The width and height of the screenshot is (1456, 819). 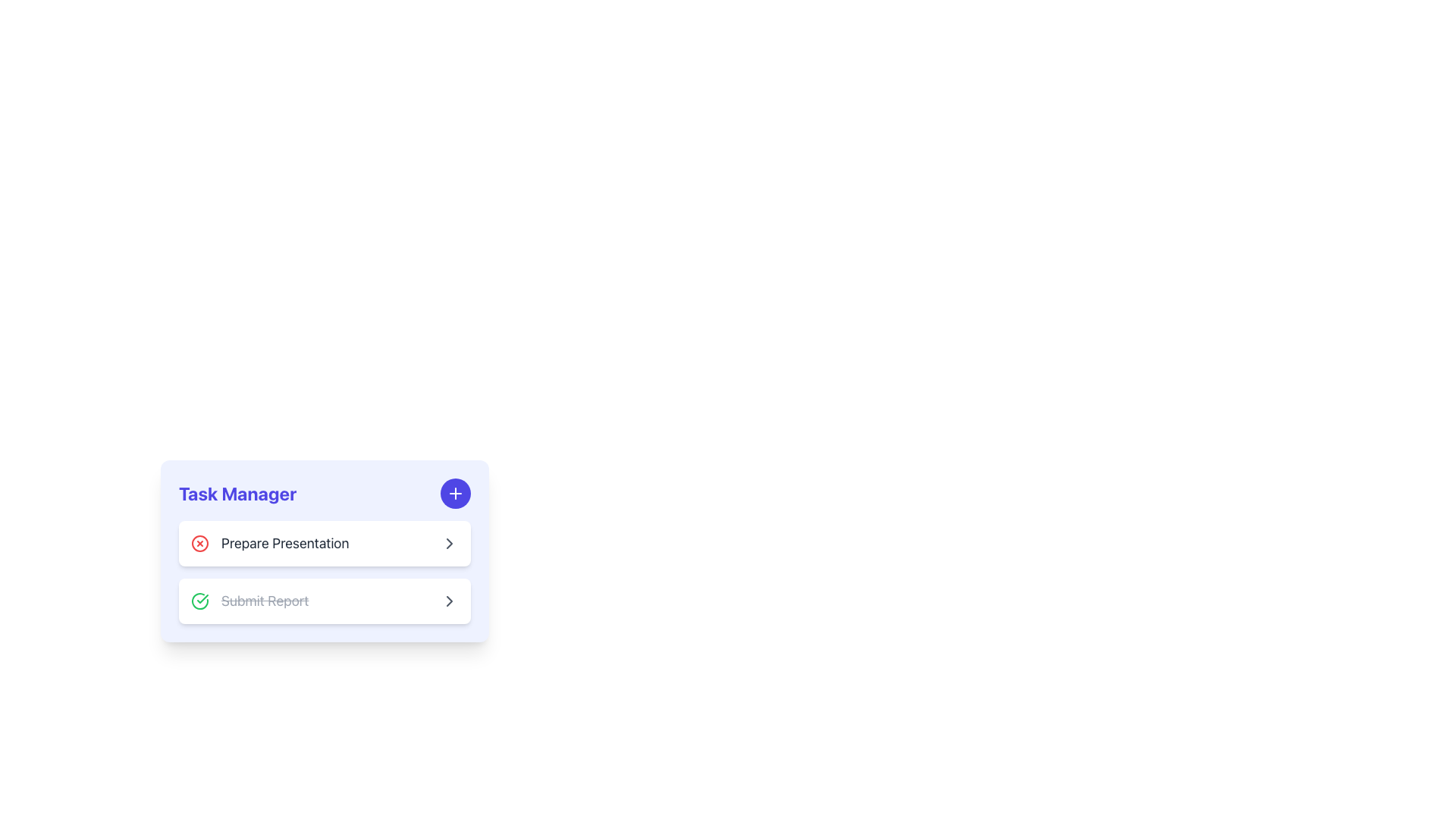 I want to click on the right-facing chevron icon styled in gray with rounded edges located on the far-right side of the 'Prepare Presentation' card, so click(x=449, y=543).